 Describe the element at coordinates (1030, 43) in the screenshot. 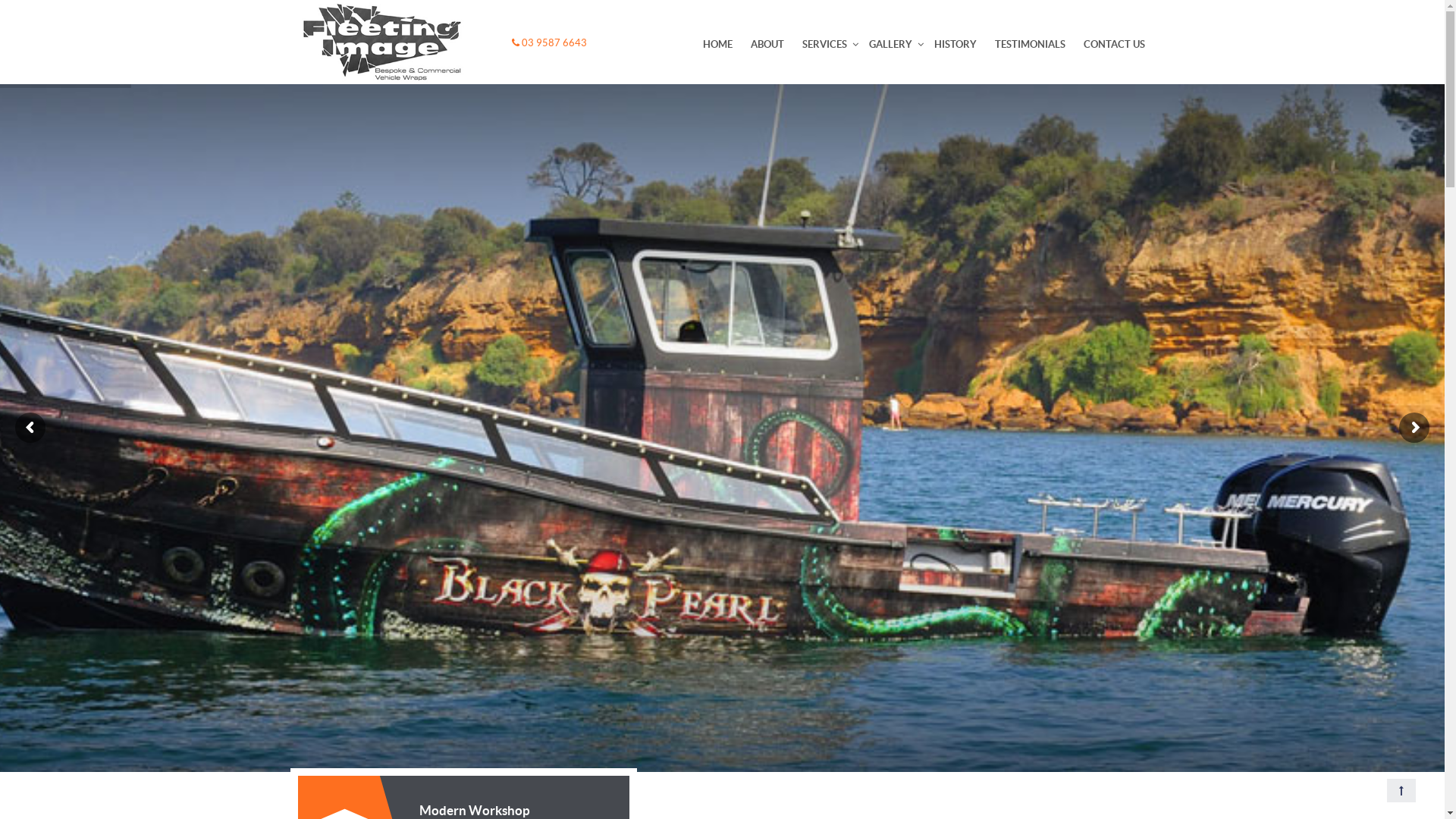

I see `'TESTIMONIALS'` at that location.